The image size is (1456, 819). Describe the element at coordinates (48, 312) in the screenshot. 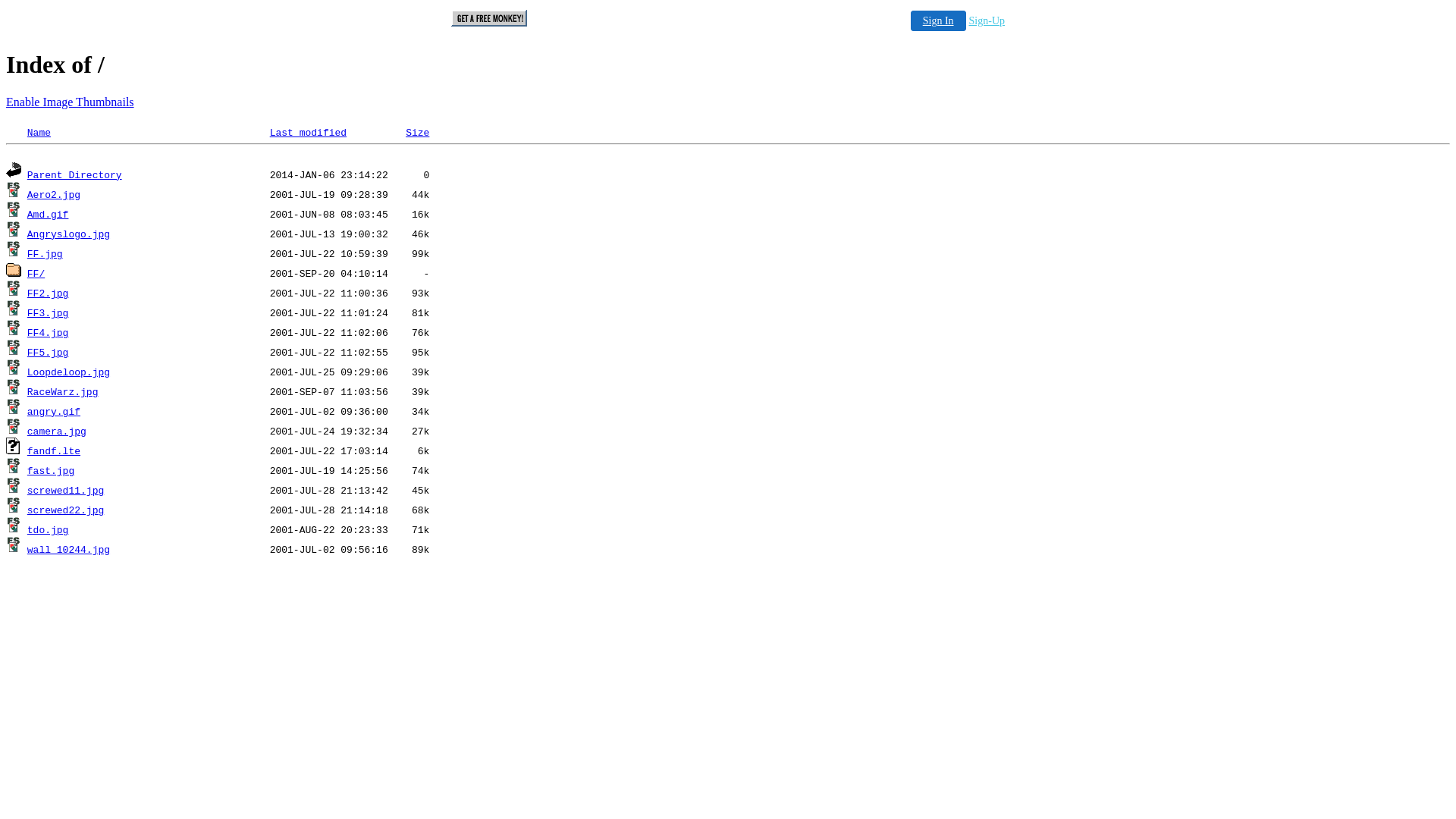

I see `'FF3.jpg'` at that location.